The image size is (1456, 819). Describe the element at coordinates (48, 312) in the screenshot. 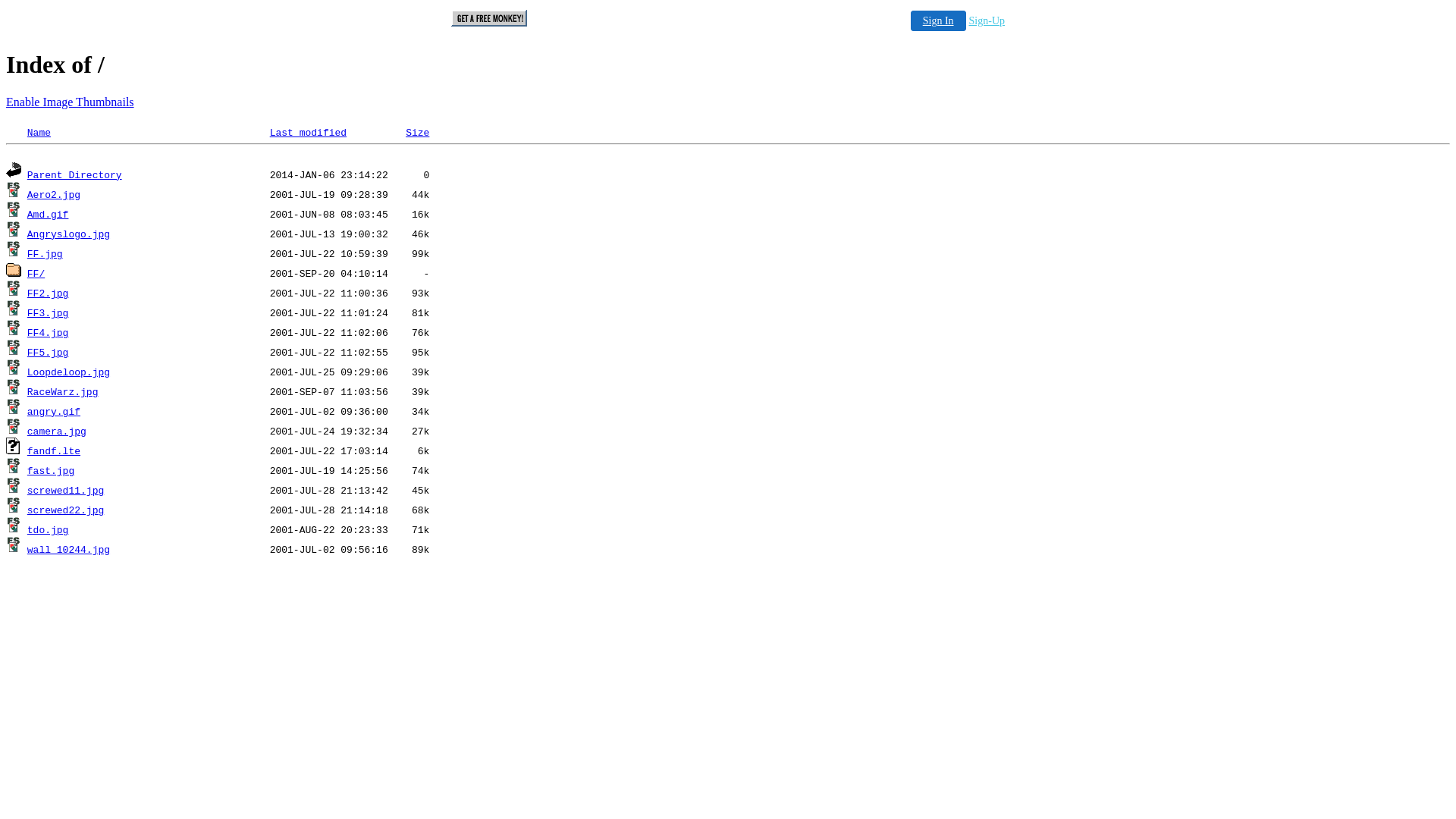

I see `'FF3.jpg'` at that location.